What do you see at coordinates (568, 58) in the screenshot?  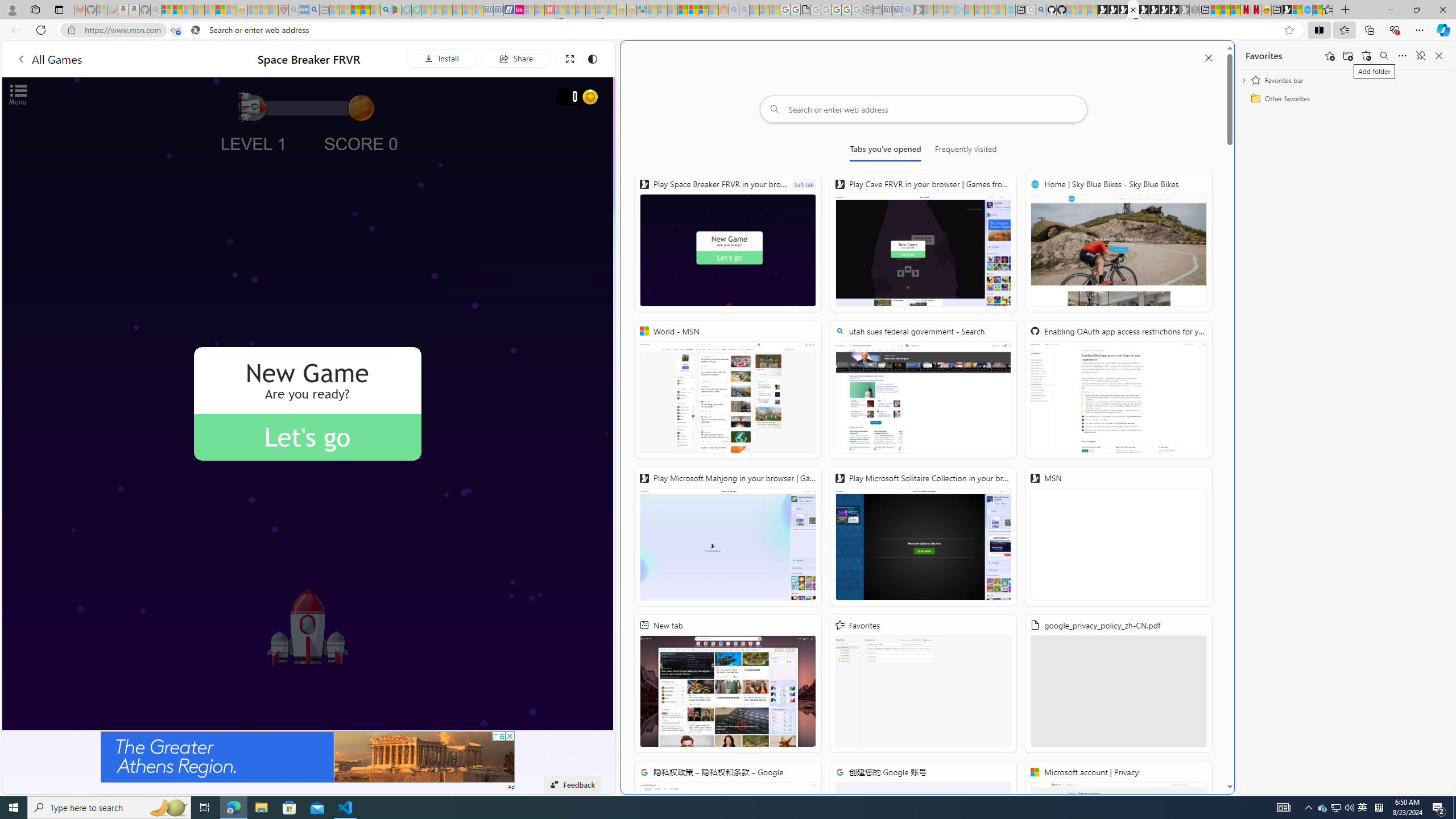 I see `'Full screen'` at bounding box center [568, 58].